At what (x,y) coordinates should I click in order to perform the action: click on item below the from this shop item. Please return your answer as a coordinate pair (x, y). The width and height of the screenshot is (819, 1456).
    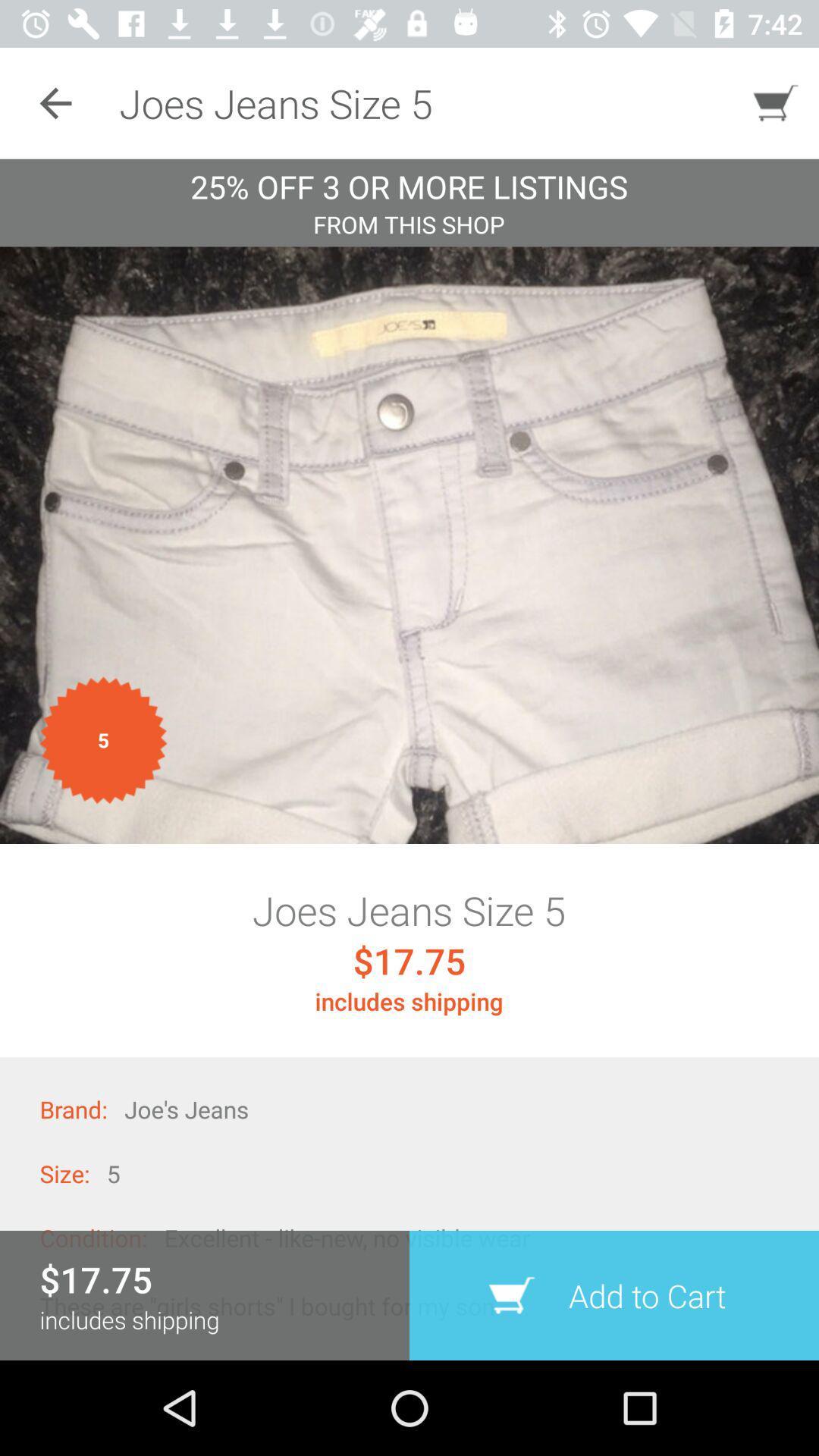
    Looking at the image, I should click on (409, 545).